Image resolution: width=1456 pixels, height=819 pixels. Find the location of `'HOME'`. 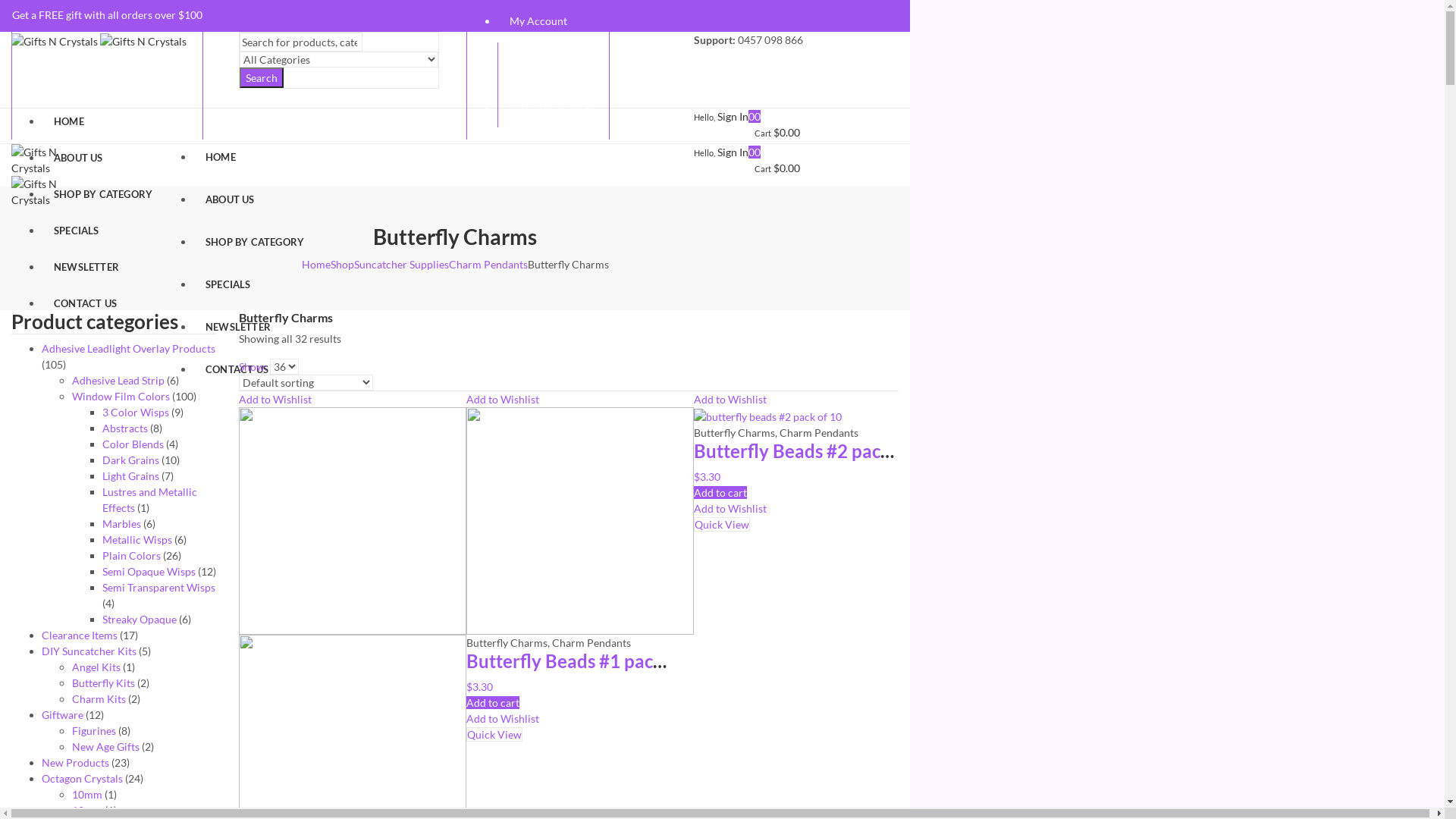

'HOME' is located at coordinates (255, 165).